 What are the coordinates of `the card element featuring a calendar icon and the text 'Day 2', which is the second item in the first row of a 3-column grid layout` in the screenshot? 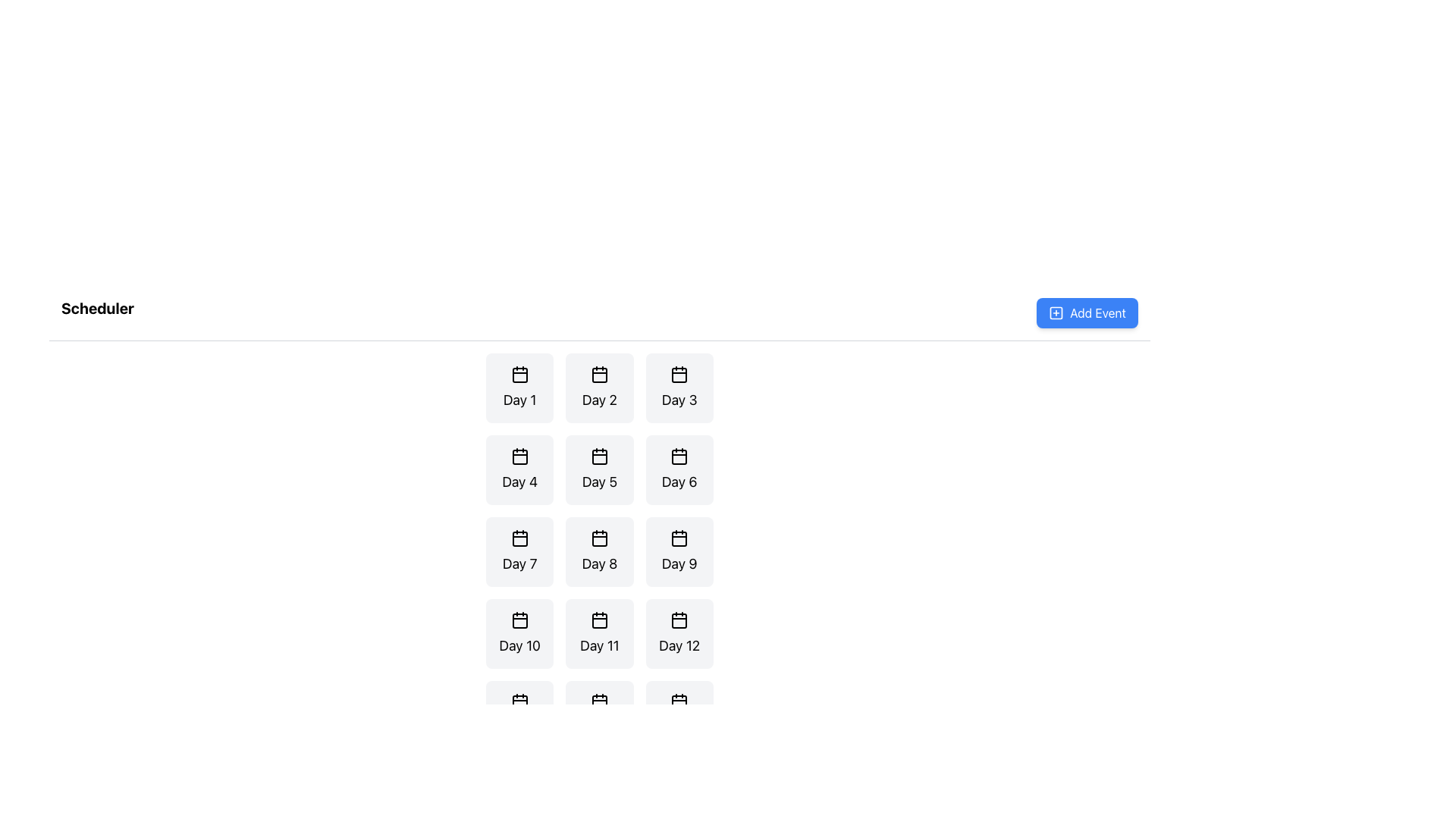 It's located at (599, 388).